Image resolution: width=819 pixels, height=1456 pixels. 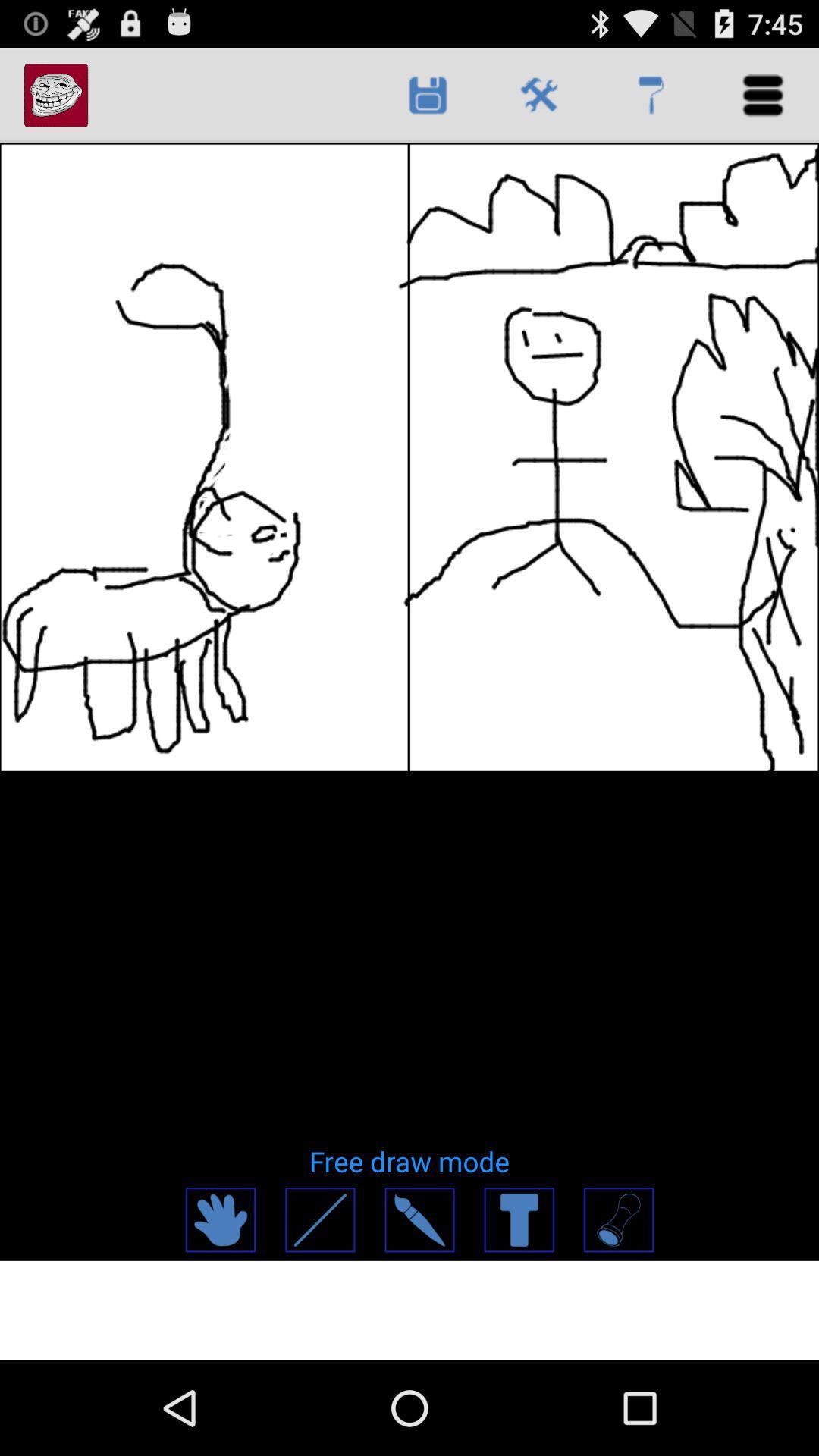 I want to click on brush tool, so click(x=419, y=1219).